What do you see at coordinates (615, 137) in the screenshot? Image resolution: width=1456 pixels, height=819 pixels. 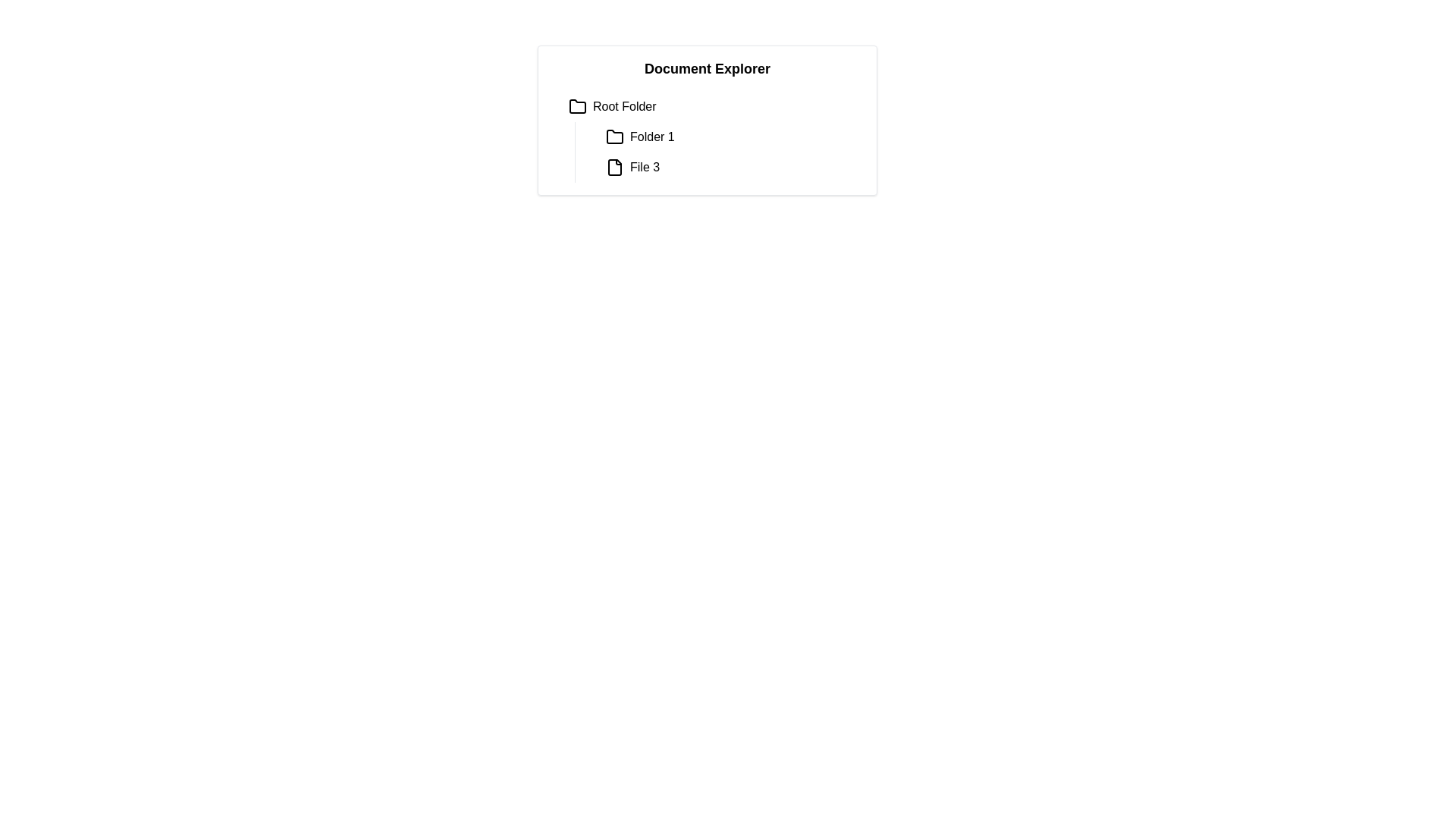 I see `the folder icon labeled 'Folder 1'` at bounding box center [615, 137].